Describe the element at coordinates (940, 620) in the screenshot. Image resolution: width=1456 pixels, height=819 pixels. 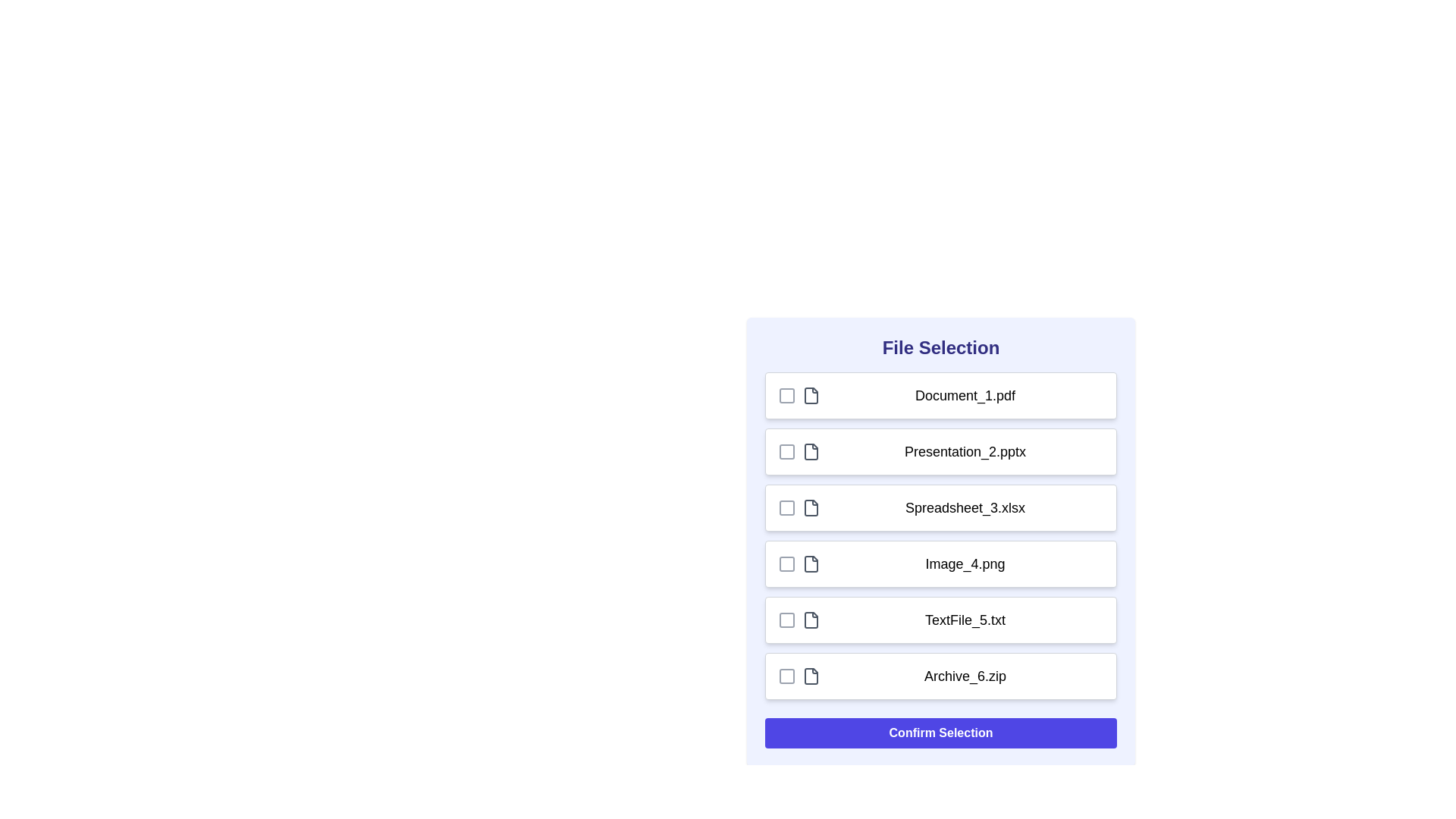
I see `the file row corresponding to TextFile_5.txt` at that location.